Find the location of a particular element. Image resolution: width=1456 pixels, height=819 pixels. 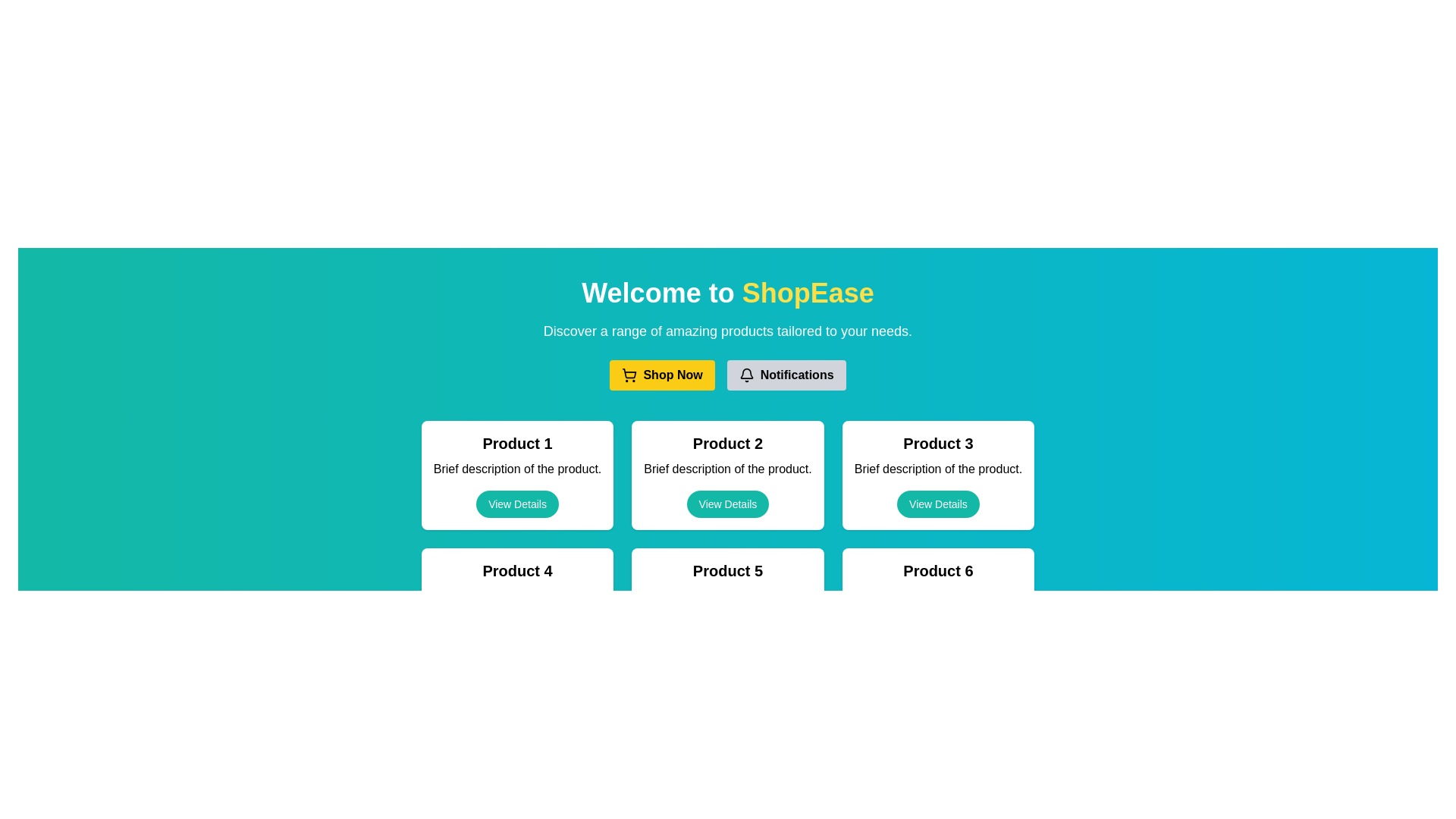

the button located at the bottom of the 'Product 2' card is located at coordinates (728, 504).